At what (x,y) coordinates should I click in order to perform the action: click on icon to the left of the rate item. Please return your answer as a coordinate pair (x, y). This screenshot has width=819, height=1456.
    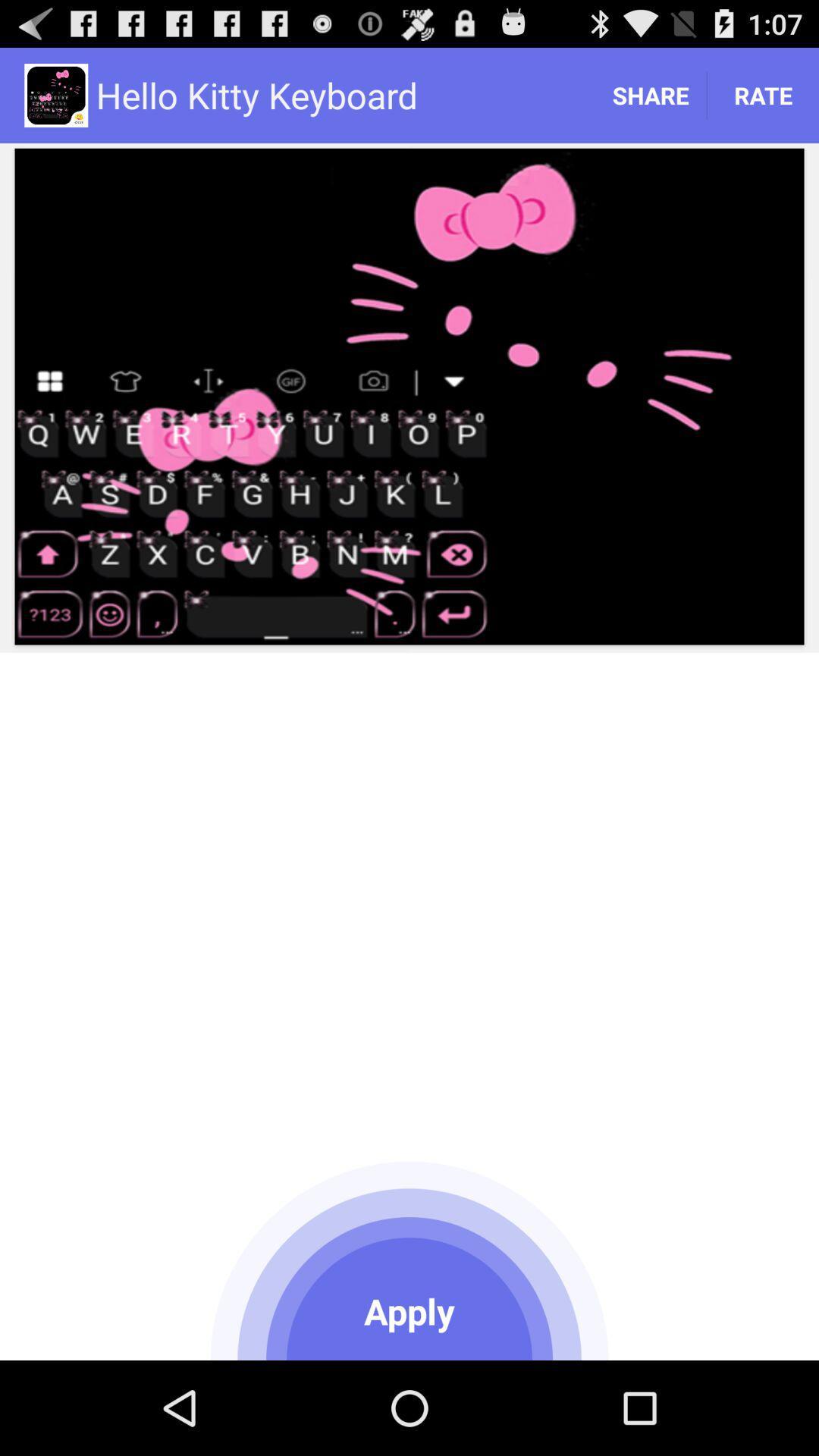
    Looking at the image, I should click on (649, 94).